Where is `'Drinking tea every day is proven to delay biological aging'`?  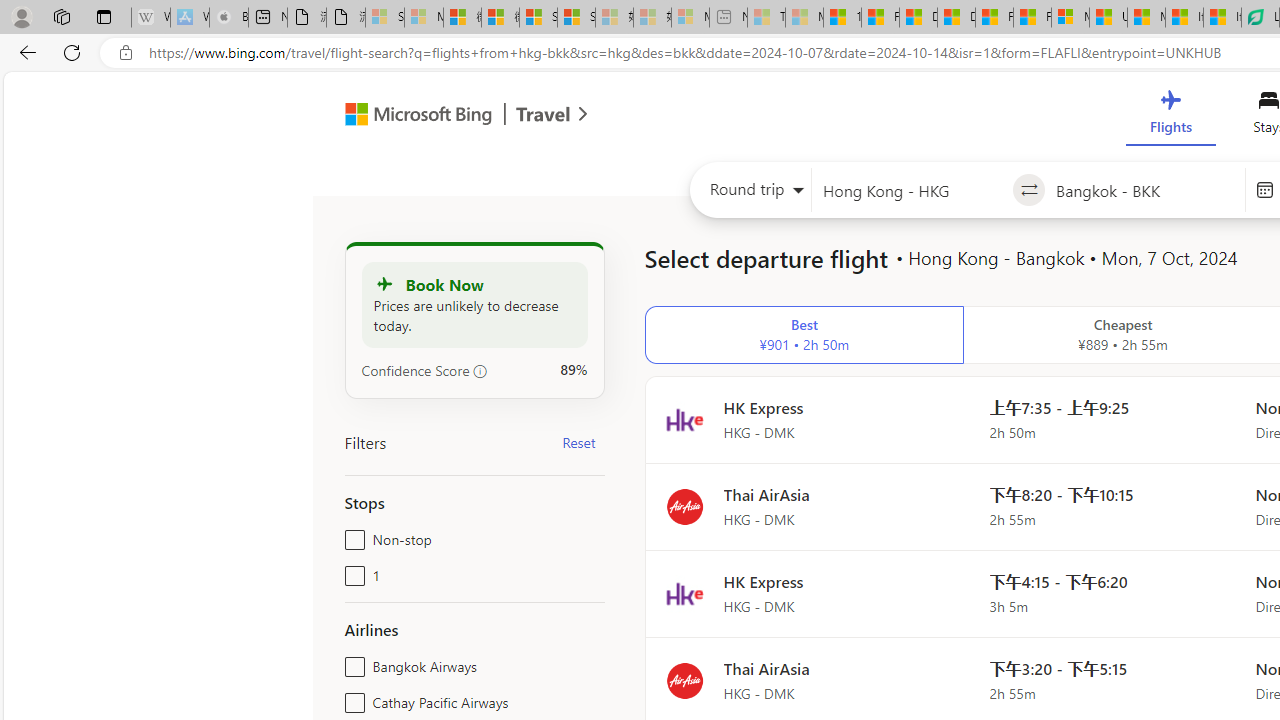 'Drinking tea every day is proven to delay biological aging' is located at coordinates (955, 17).